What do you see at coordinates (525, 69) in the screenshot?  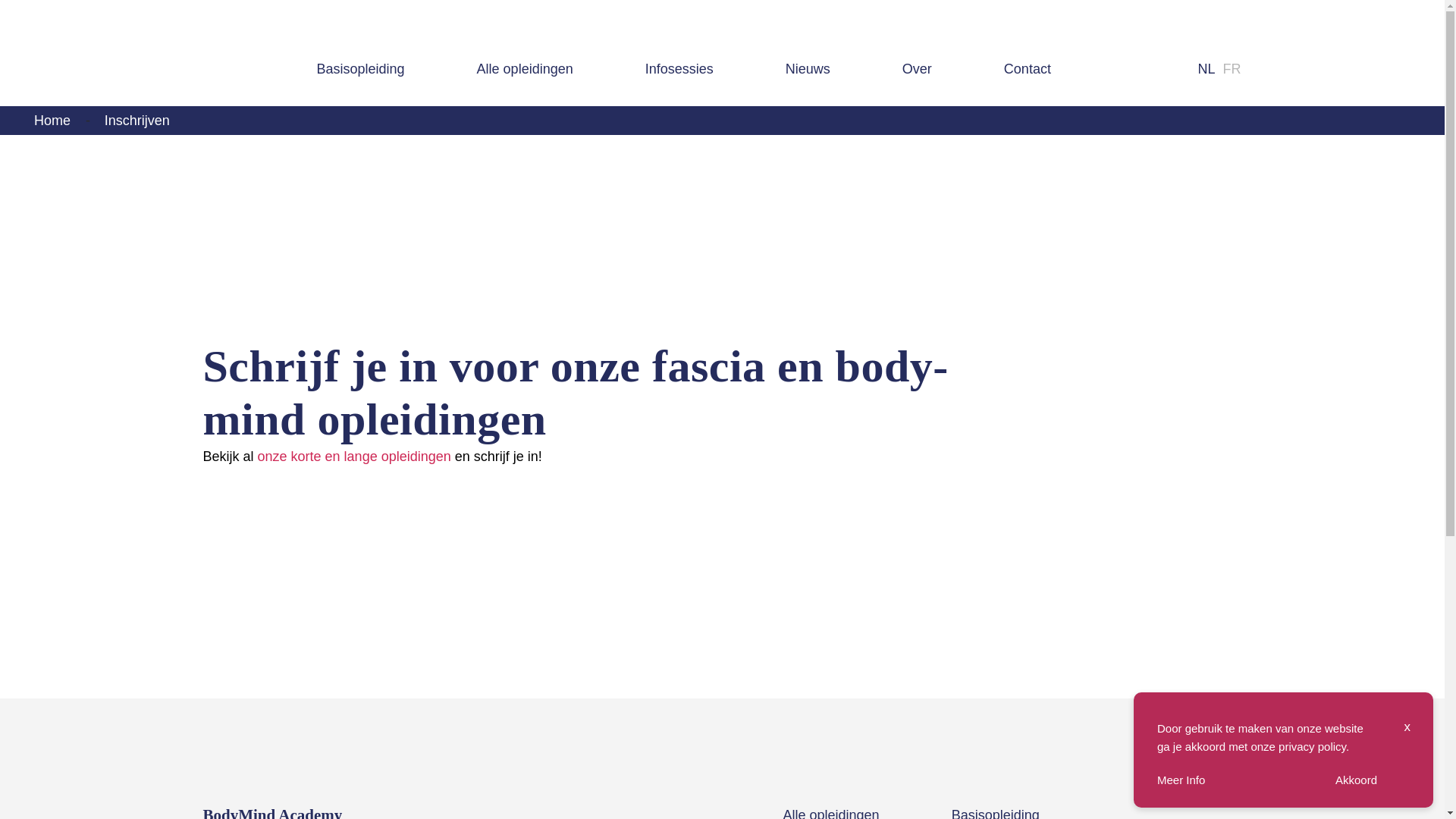 I see `'Alle opleidingen'` at bounding box center [525, 69].